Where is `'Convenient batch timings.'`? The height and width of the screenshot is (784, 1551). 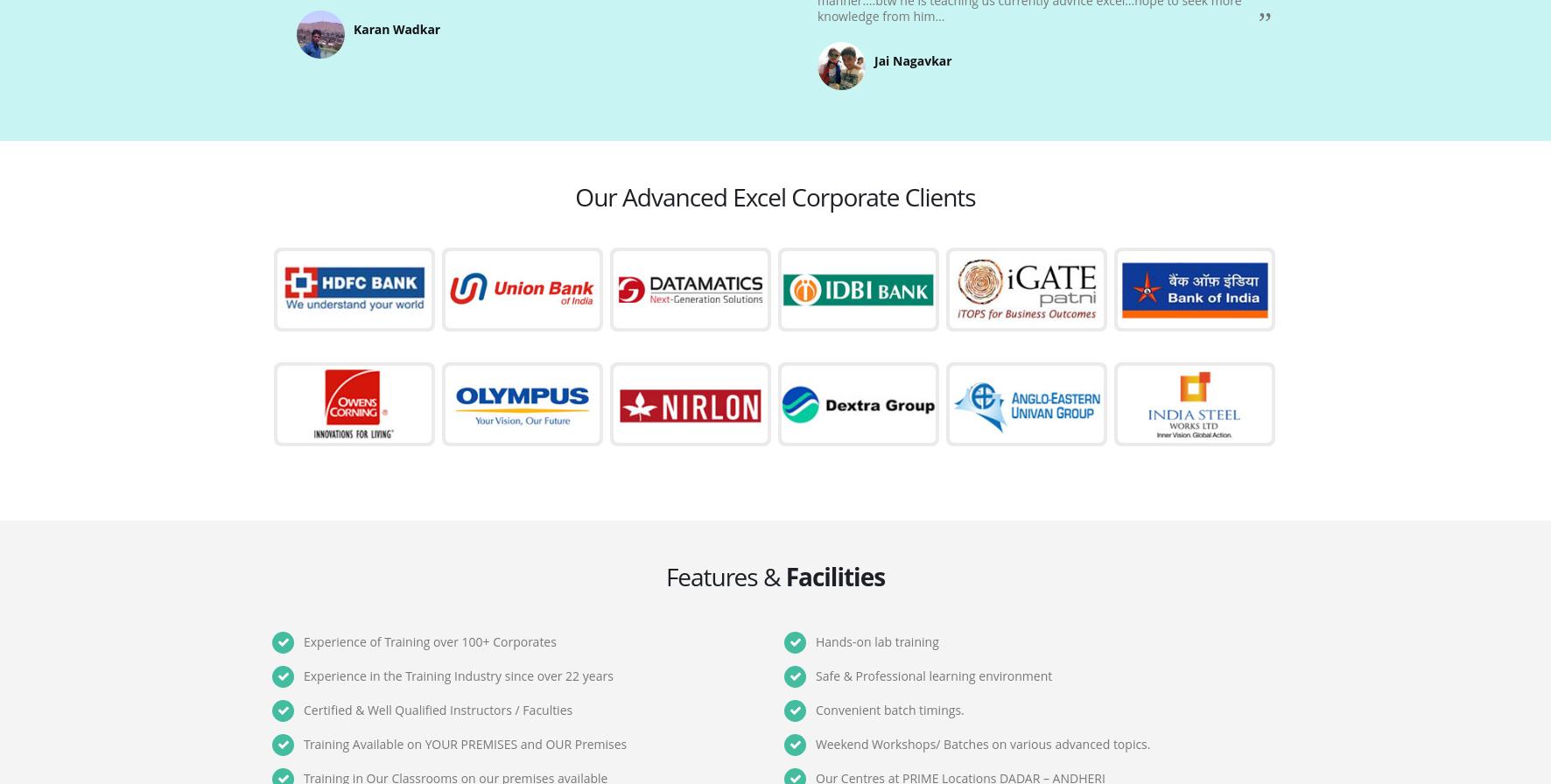
'Convenient batch timings.' is located at coordinates (889, 710).